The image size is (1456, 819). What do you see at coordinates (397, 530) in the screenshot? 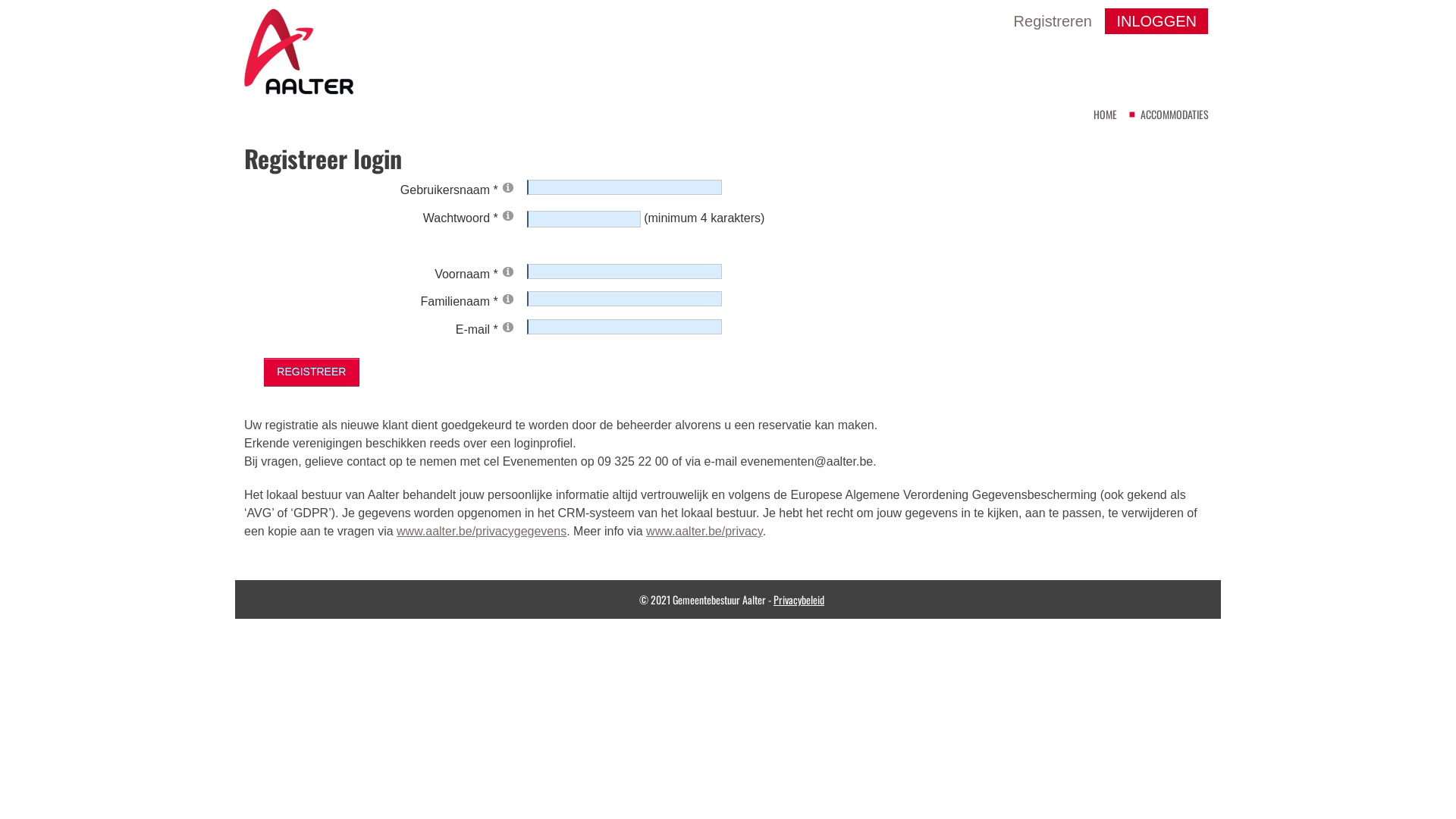
I see `'www.aalter.be/privacygegevens'` at bounding box center [397, 530].